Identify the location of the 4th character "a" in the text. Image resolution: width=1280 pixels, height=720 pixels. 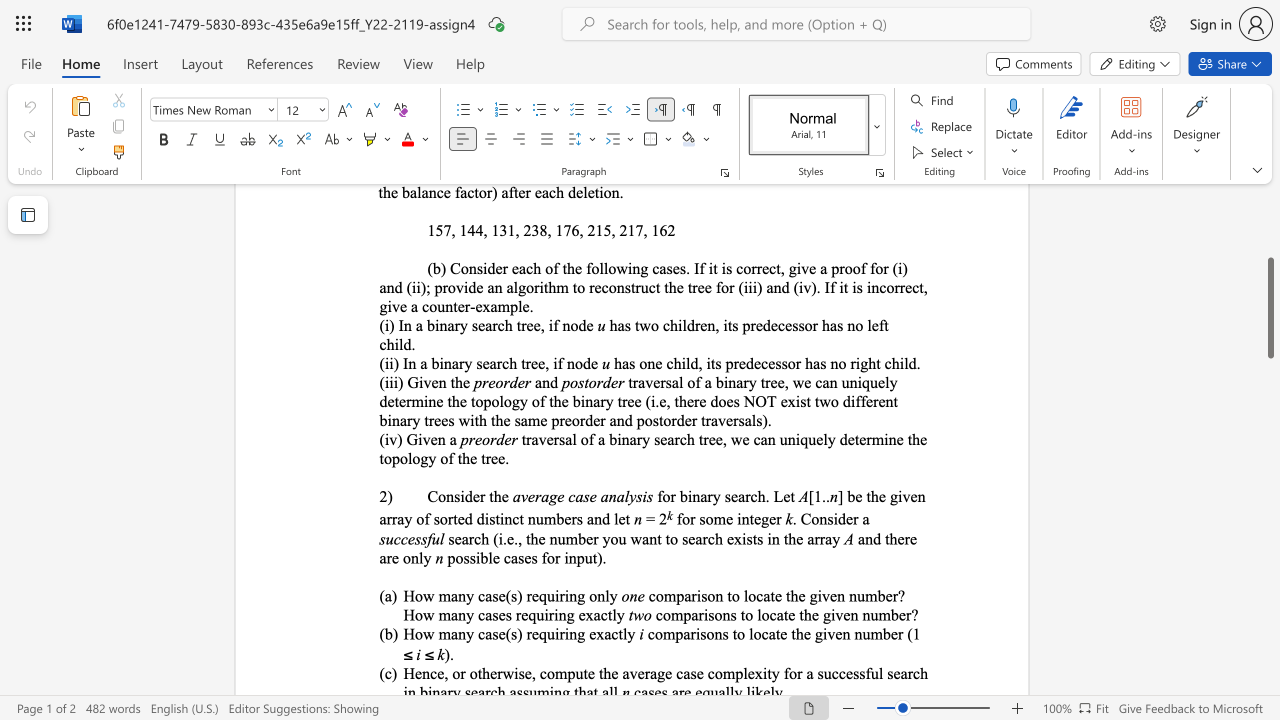
(603, 495).